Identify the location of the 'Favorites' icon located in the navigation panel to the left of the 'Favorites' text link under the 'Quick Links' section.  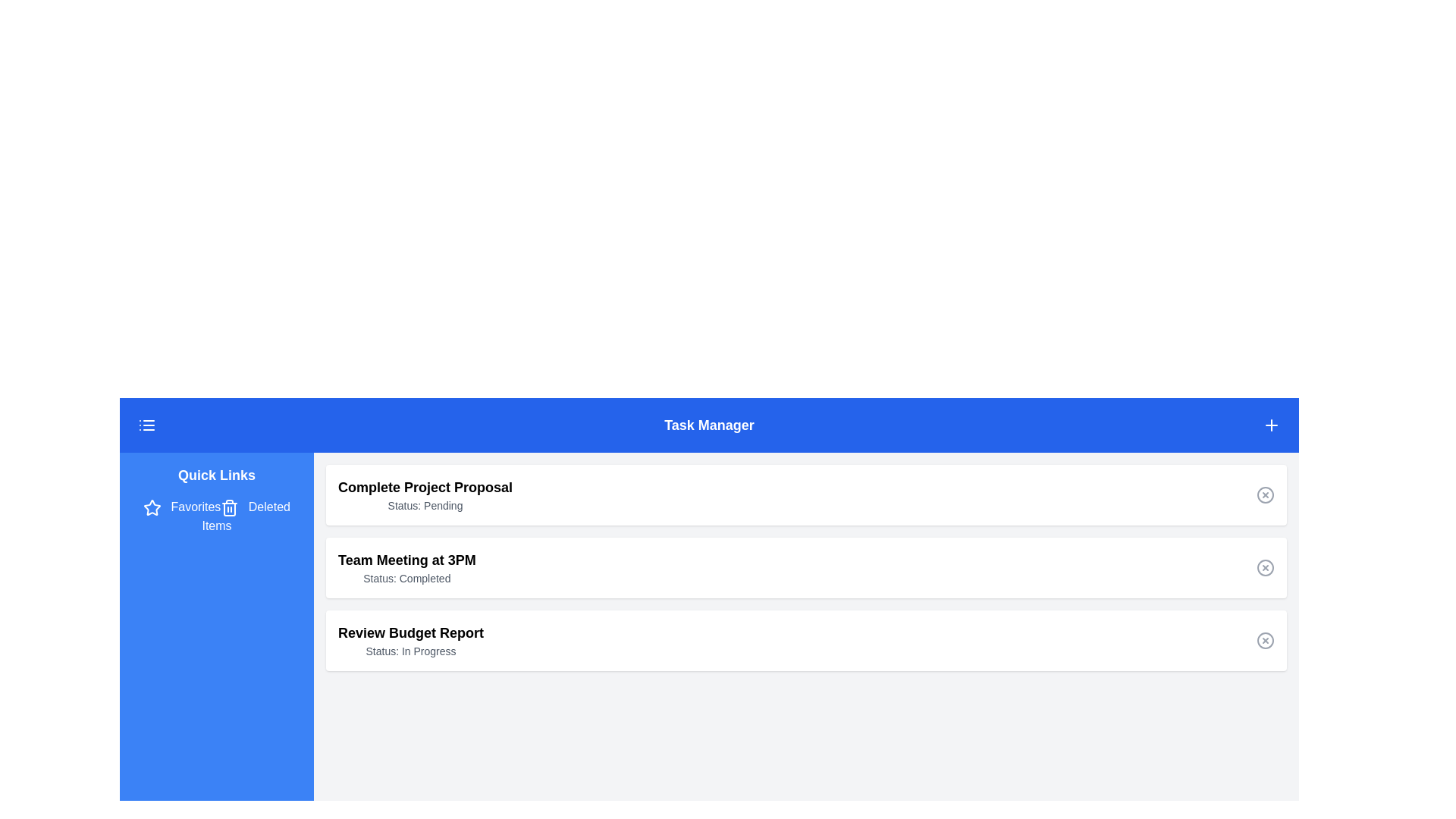
(152, 507).